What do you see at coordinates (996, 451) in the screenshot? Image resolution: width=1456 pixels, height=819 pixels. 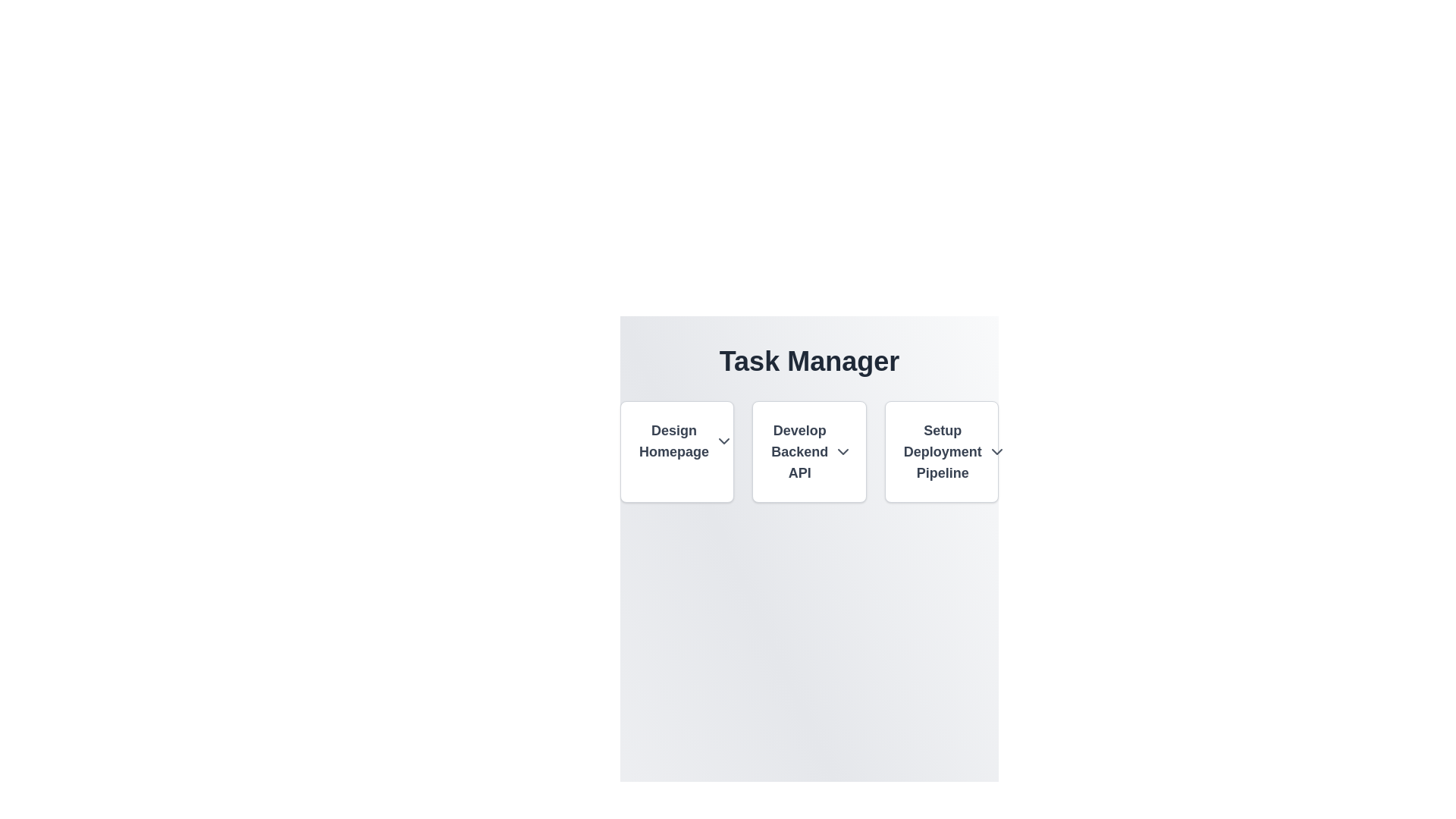 I see `the Dropdown button located inside the 'Setup Deployment Pipeline' task box` at bounding box center [996, 451].